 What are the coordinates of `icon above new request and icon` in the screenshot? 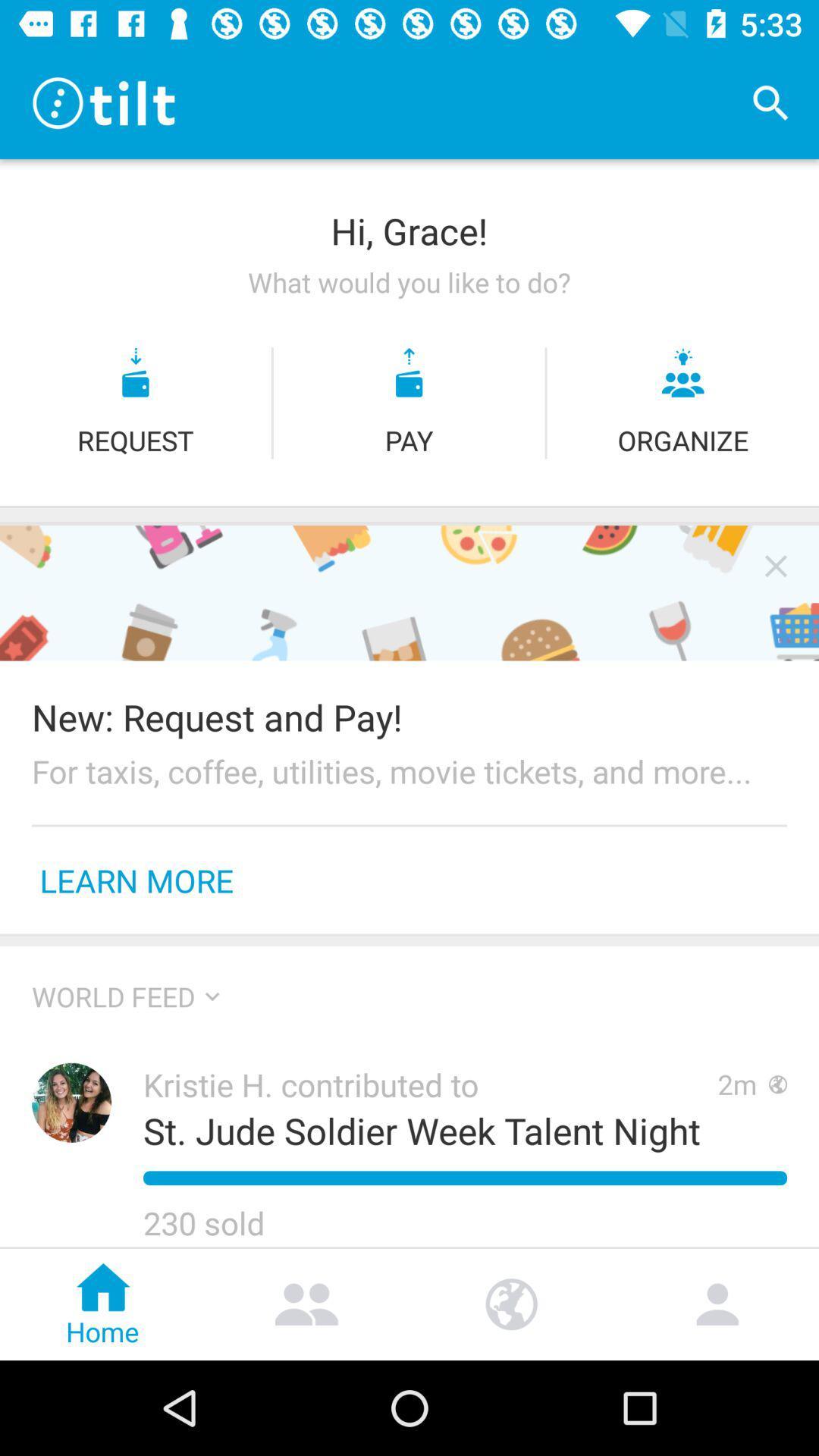 It's located at (776, 565).